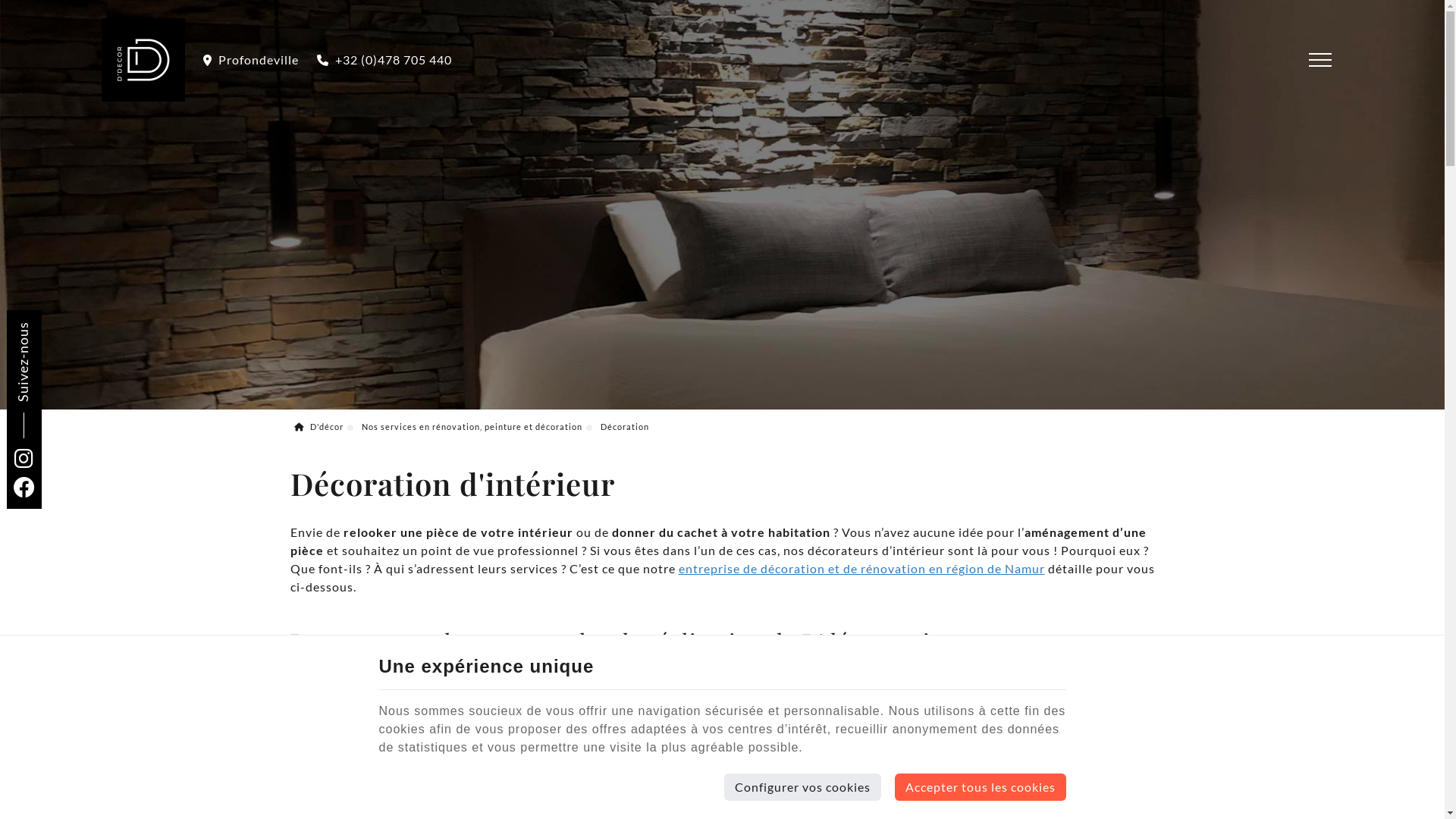 The image size is (1456, 819). What do you see at coordinates (802, 786) in the screenshot?
I see `'Configurer vos cookies'` at bounding box center [802, 786].